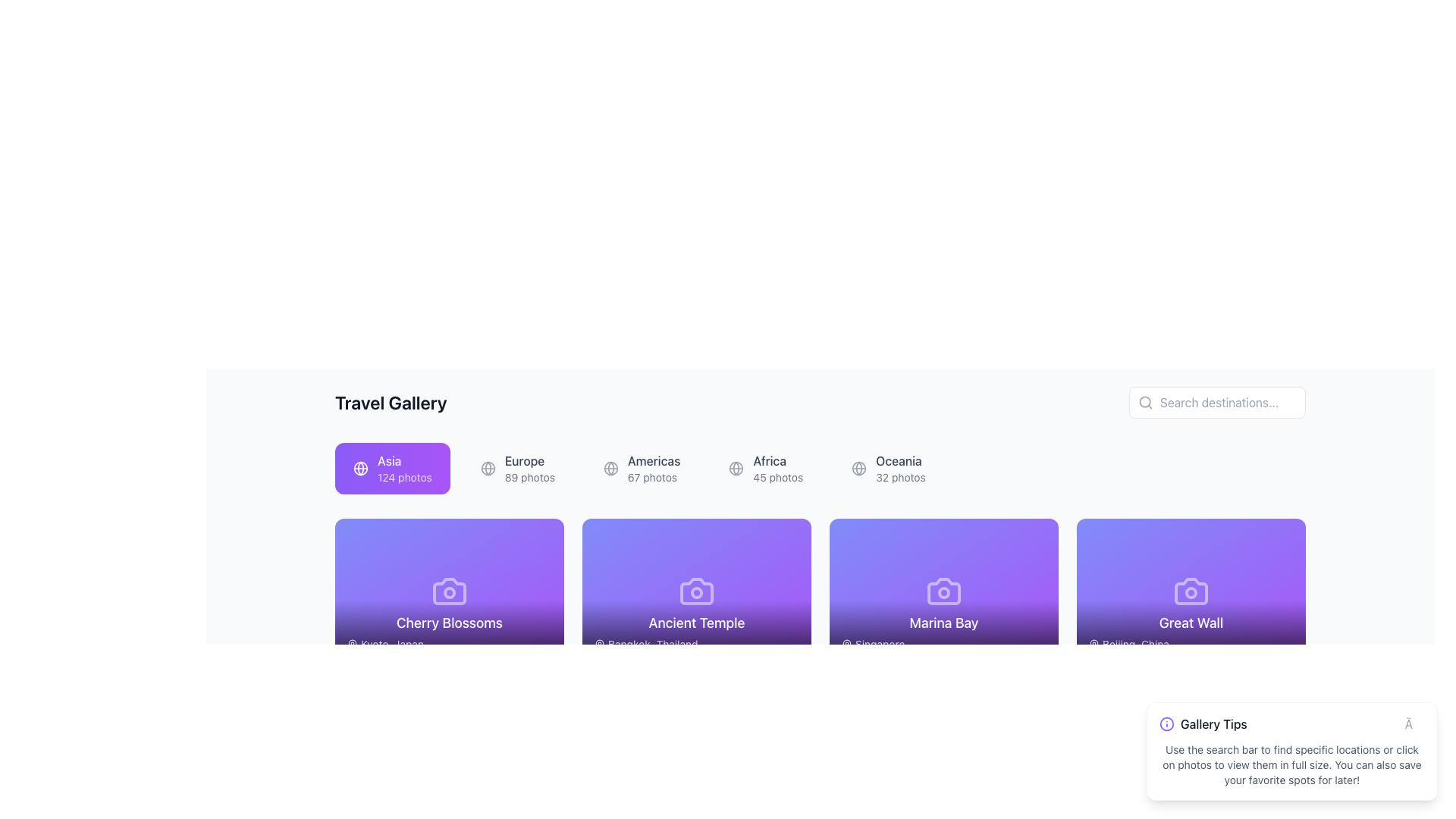  I want to click on the text label that identifies the main subject of the card, which is 'Cherry Blossoms', located at the bottom center of the card just above the footer section, so click(449, 623).